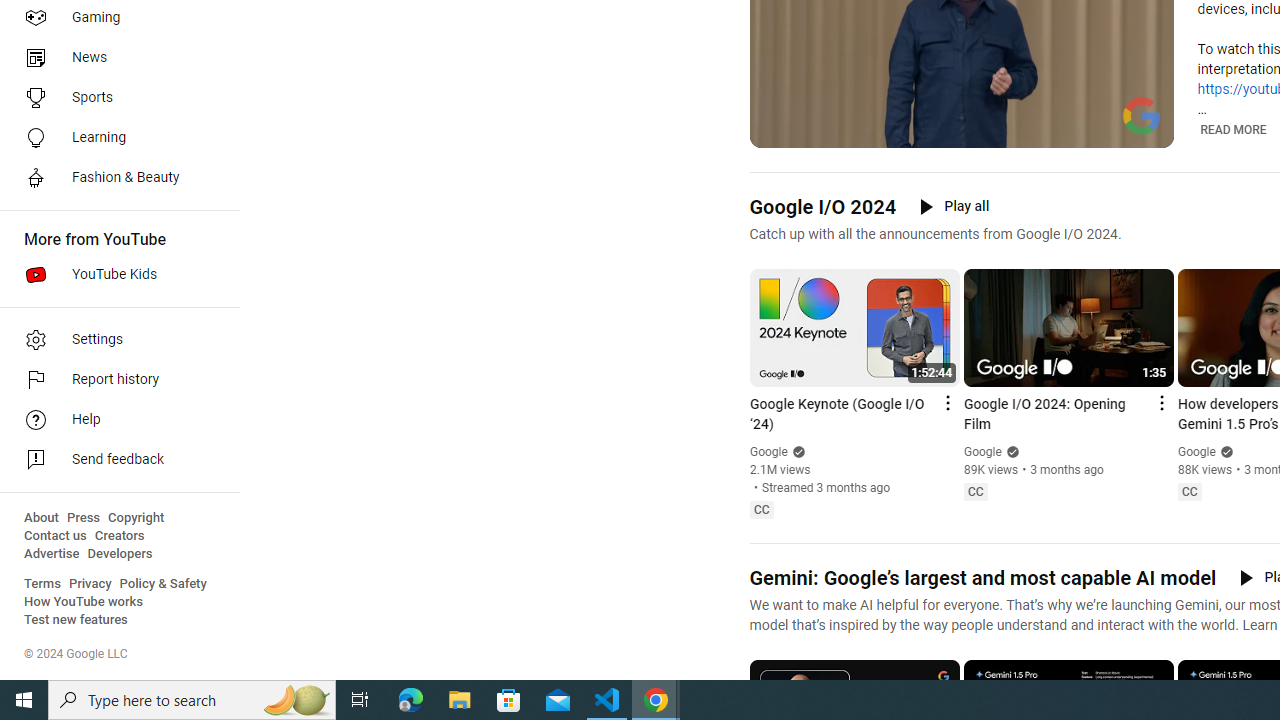  I want to click on 'Creators', so click(118, 535).